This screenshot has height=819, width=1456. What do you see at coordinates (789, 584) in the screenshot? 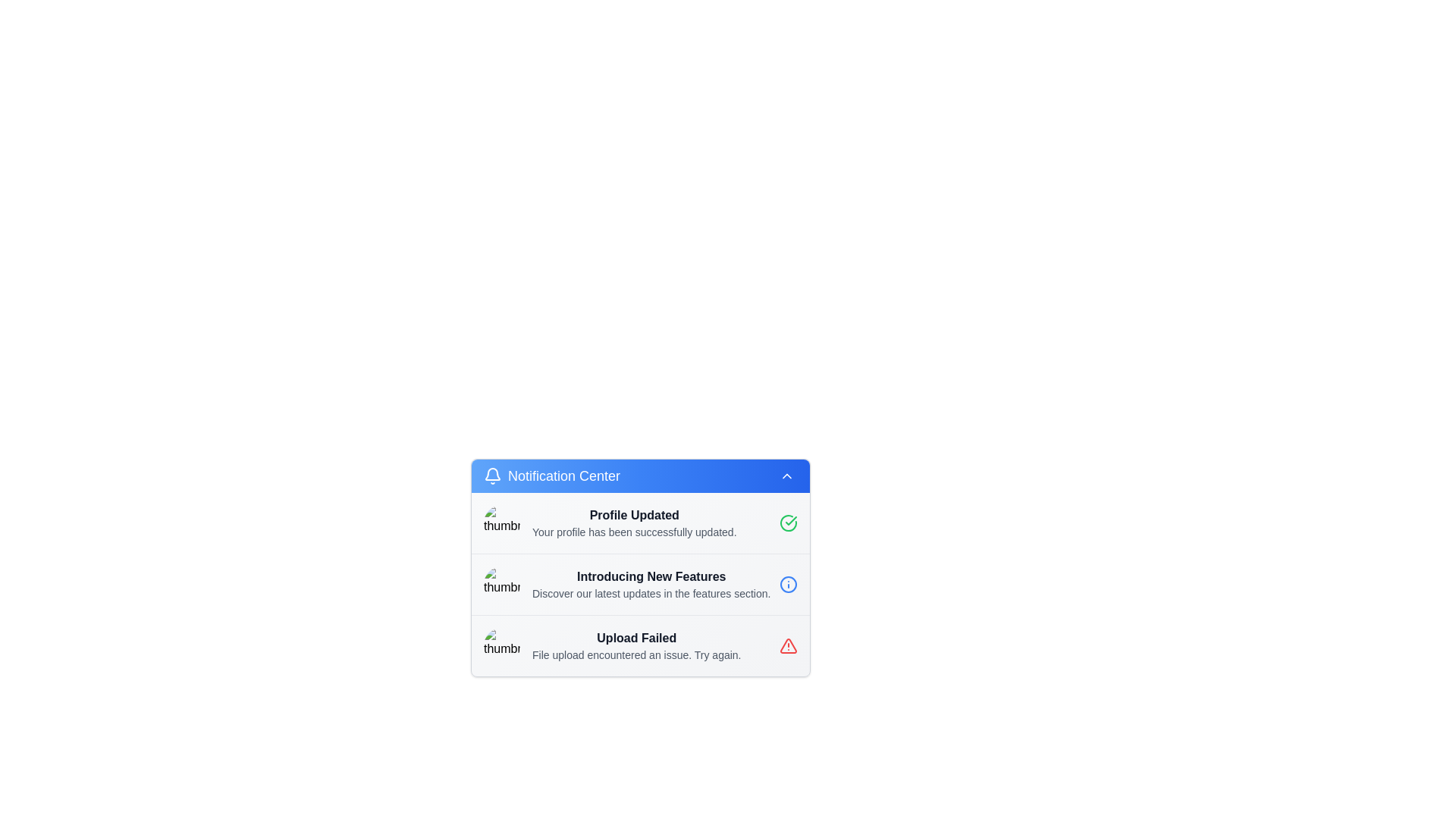
I see `the blue circular icon with an 'i' symbol, located in the top-right corner of the 'Introducing New Features' notification card` at bounding box center [789, 584].